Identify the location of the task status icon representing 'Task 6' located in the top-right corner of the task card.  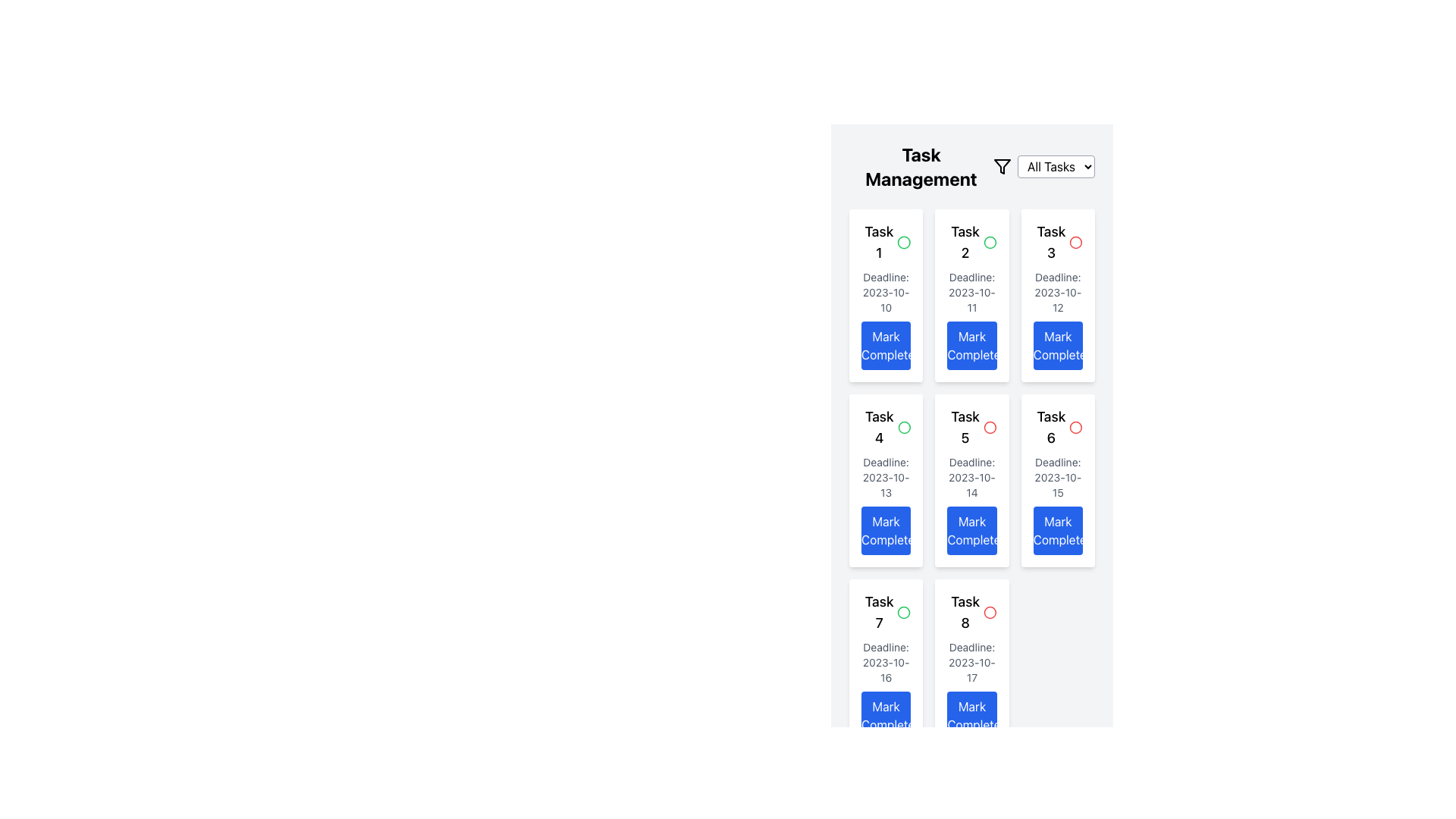
(1075, 427).